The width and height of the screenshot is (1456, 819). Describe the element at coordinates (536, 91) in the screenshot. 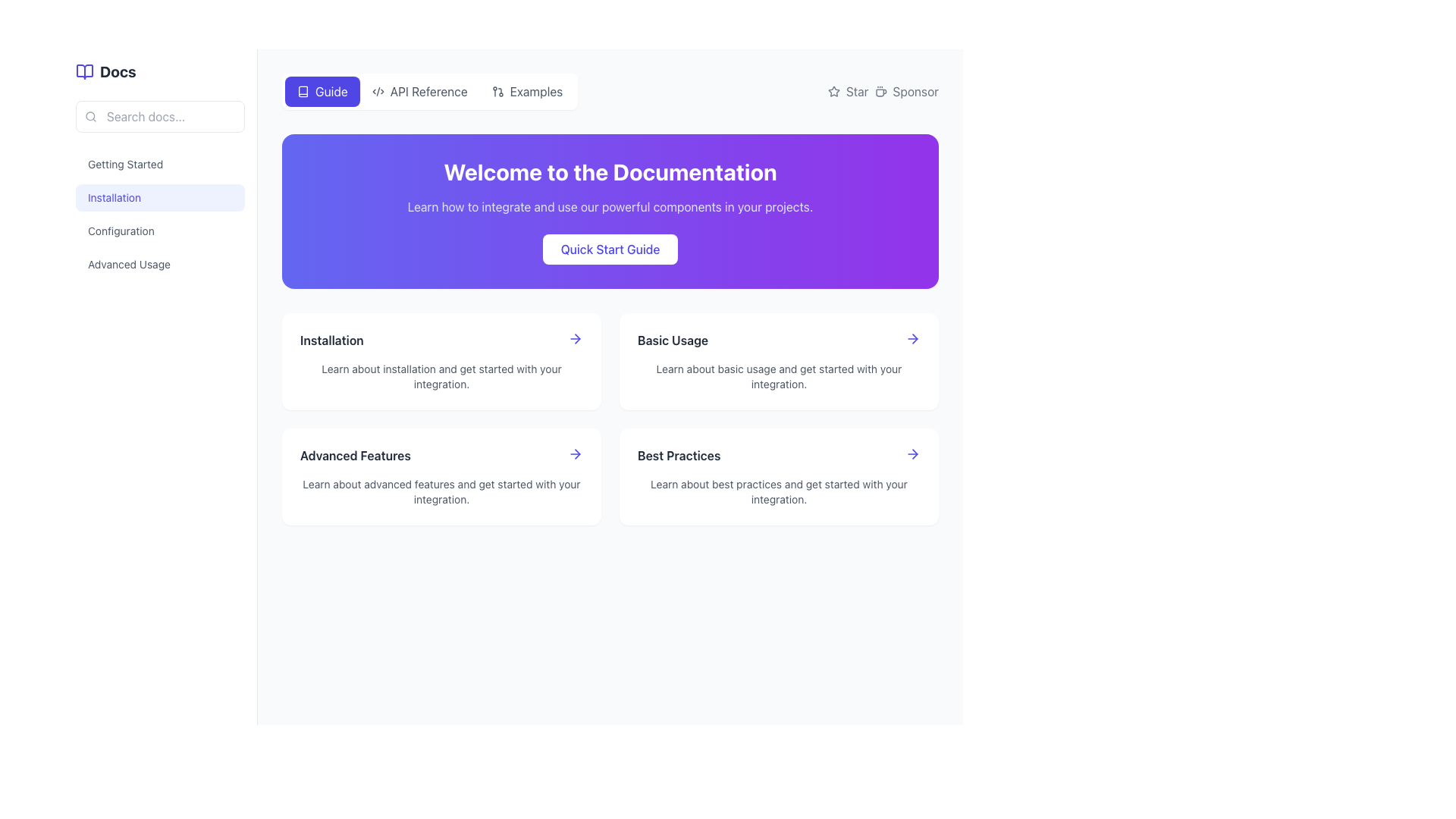

I see `the Text Link in the top-right horizontal menu bar, which is the third item and follows the 'API Reference' option` at that location.